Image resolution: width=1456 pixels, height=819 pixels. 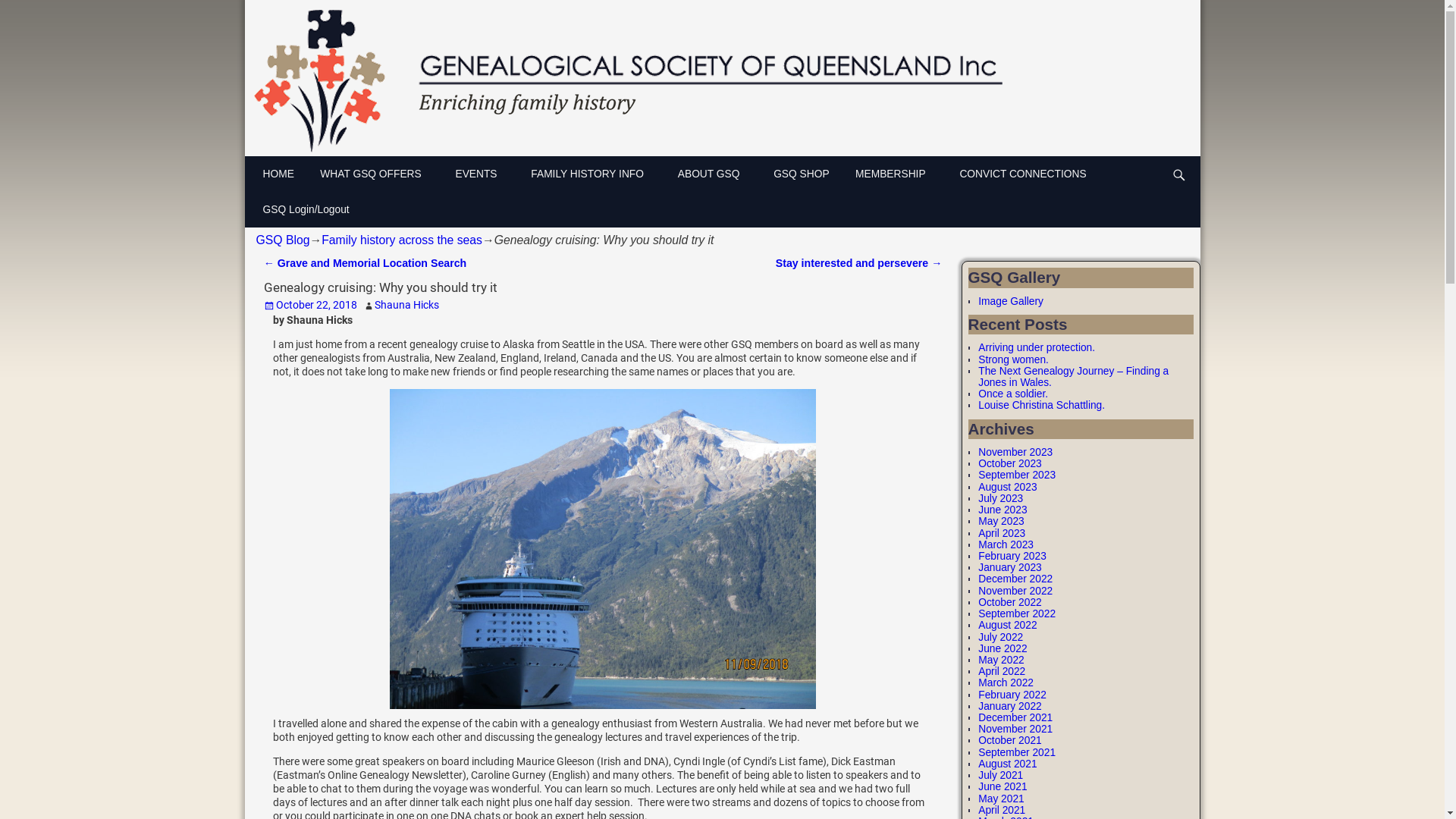 I want to click on 'Once a soldier.', so click(x=1012, y=393).